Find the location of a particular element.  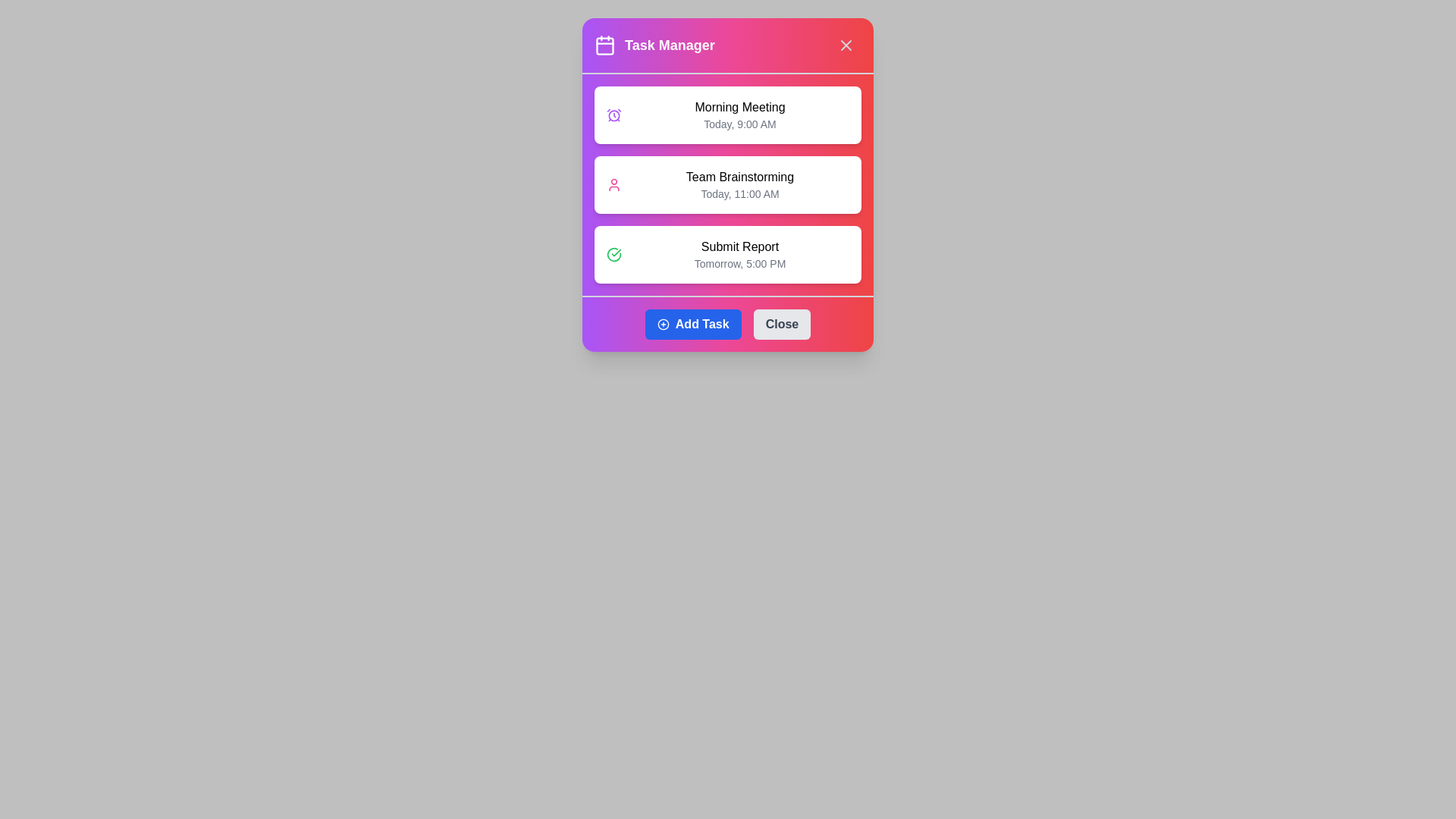

the calendar icon with a purple background and white strokes located at the top left corner of the Task Manager interface is located at coordinates (604, 45).